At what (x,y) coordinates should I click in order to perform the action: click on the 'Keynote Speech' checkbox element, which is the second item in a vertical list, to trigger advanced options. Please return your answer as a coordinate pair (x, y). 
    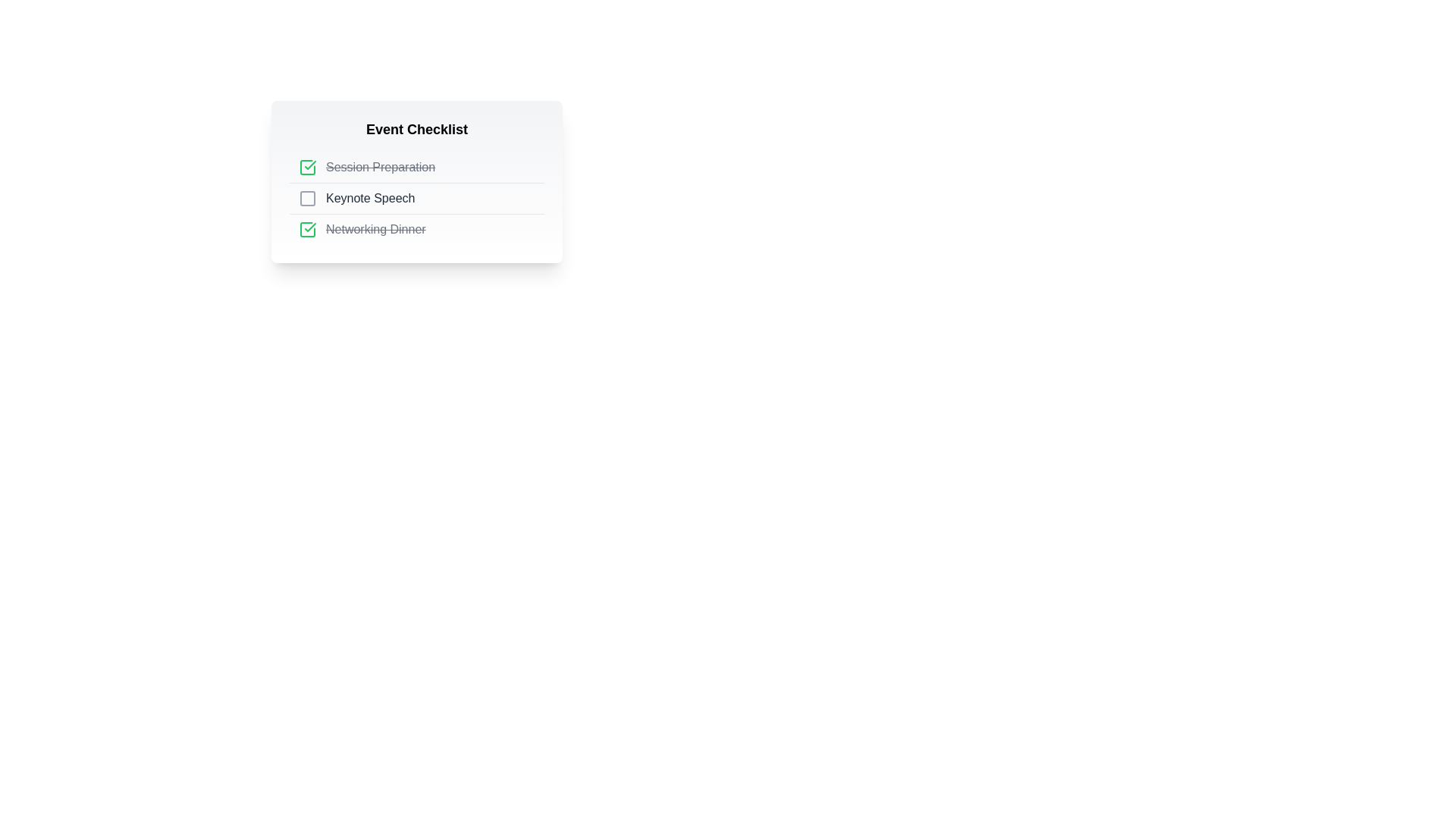
    Looking at the image, I should click on (417, 197).